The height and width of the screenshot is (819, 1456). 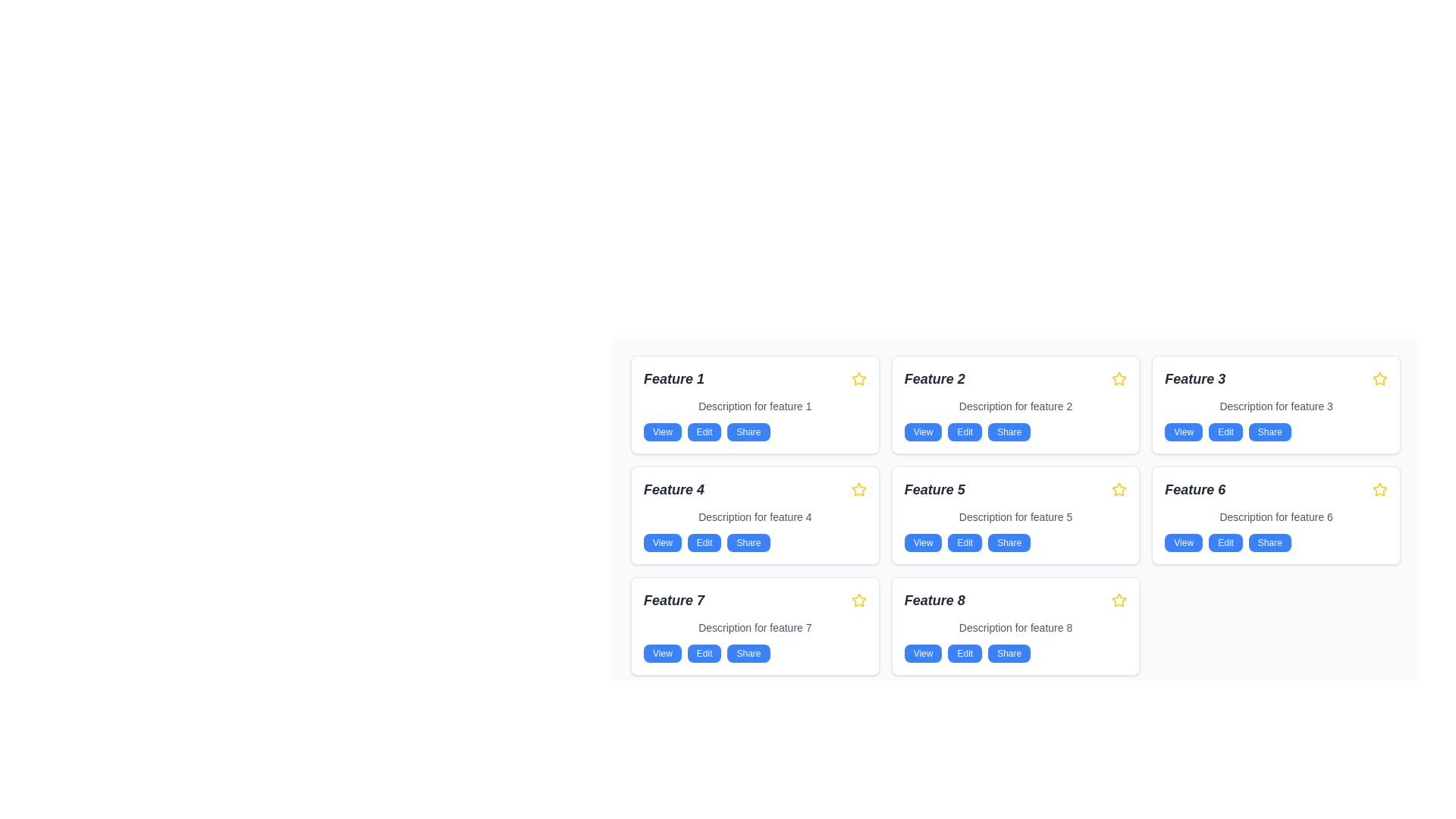 What do you see at coordinates (755, 516) in the screenshot?
I see `the textual descriptive label that reads 'Description for feature 4', which is located below the title 'Feature 4' in the second card of the second row` at bounding box center [755, 516].